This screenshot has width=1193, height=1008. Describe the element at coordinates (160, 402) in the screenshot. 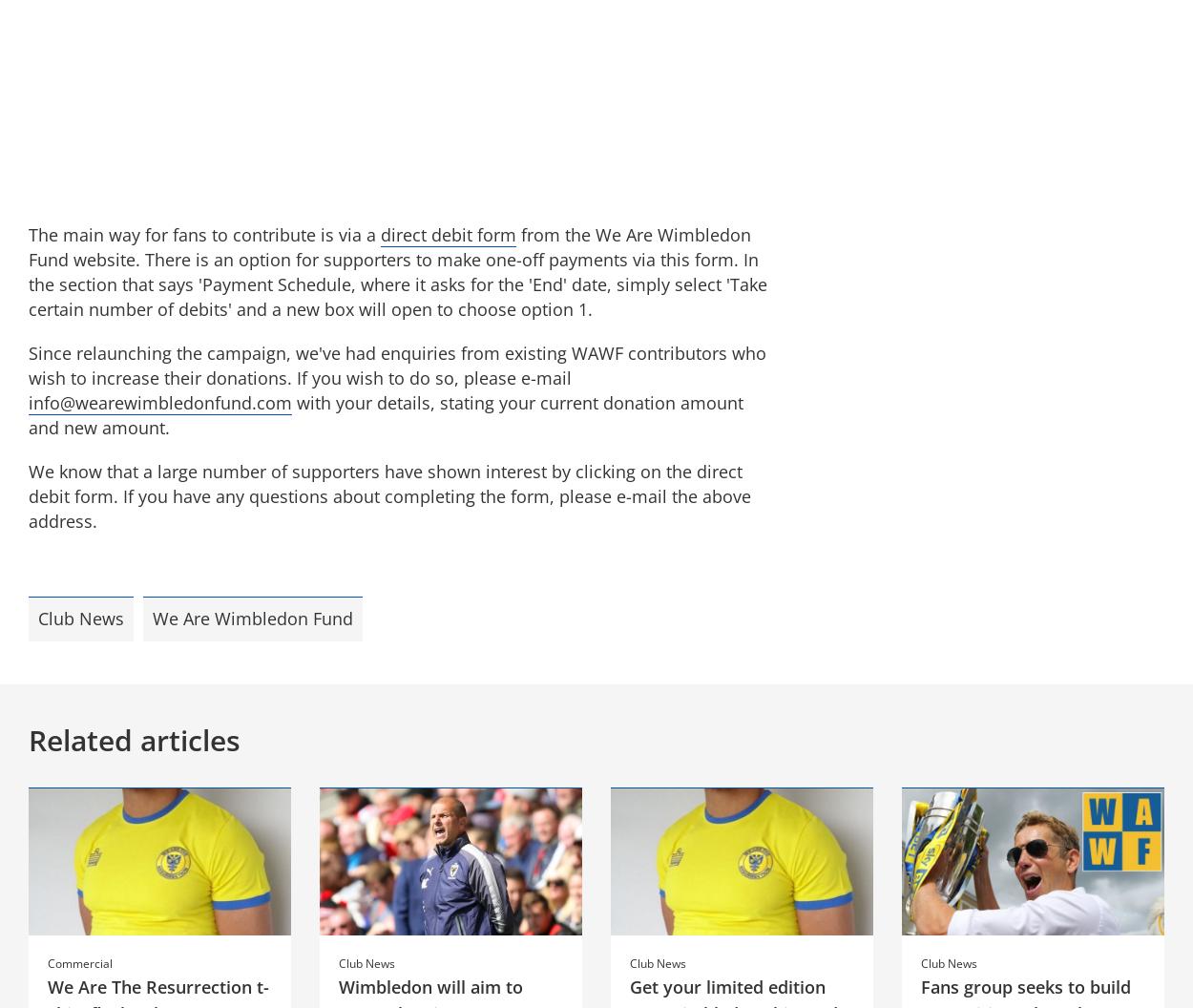

I see `'info@wearewimbledonfund.com'` at that location.